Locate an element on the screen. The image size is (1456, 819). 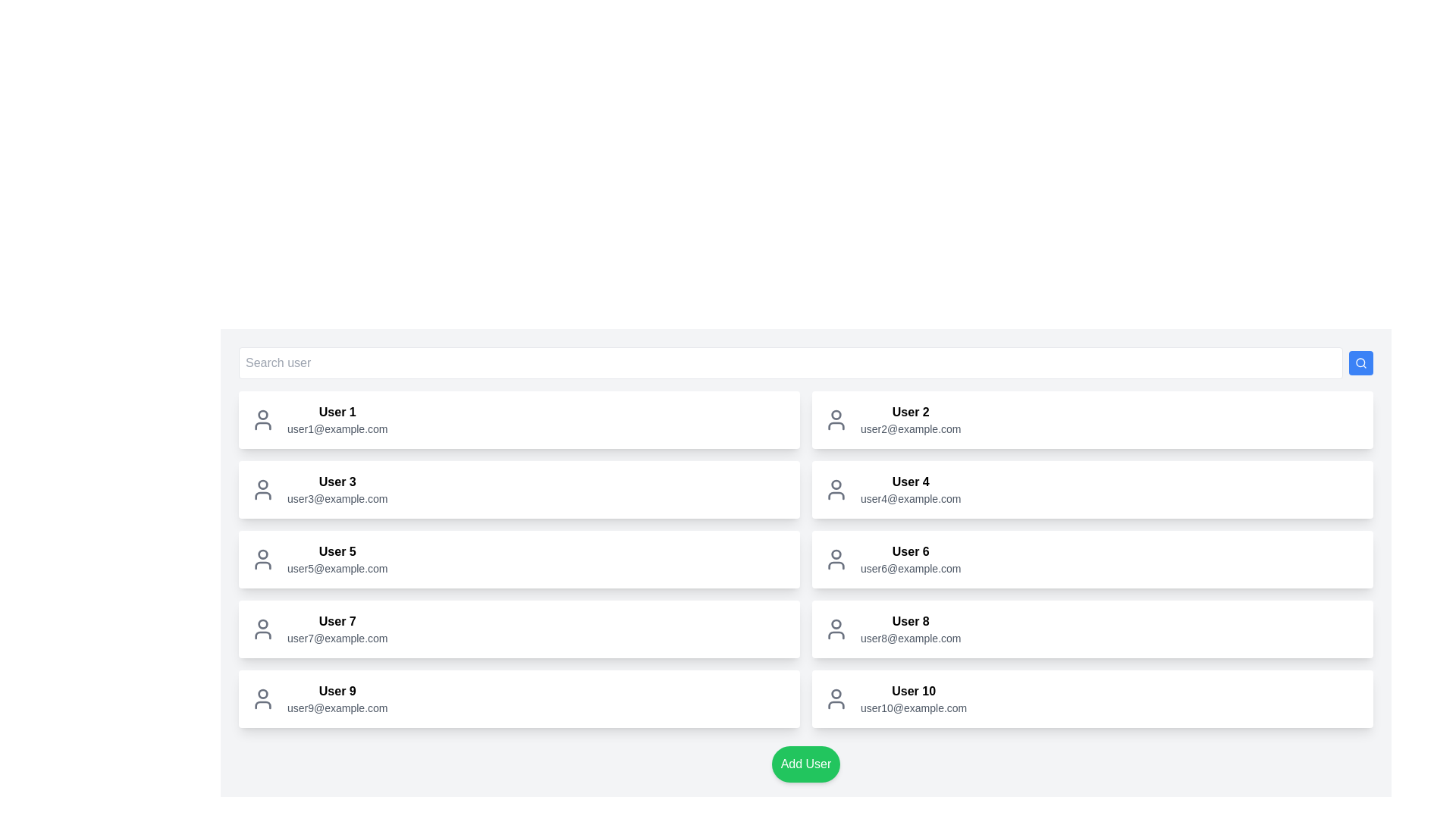
the user icon for 'User 3', which is represented by a circular outline for the head and a semicircular outline for the shoulders, styled in gray color and positioned to the left of the text 'User 3' is located at coordinates (262, 489).